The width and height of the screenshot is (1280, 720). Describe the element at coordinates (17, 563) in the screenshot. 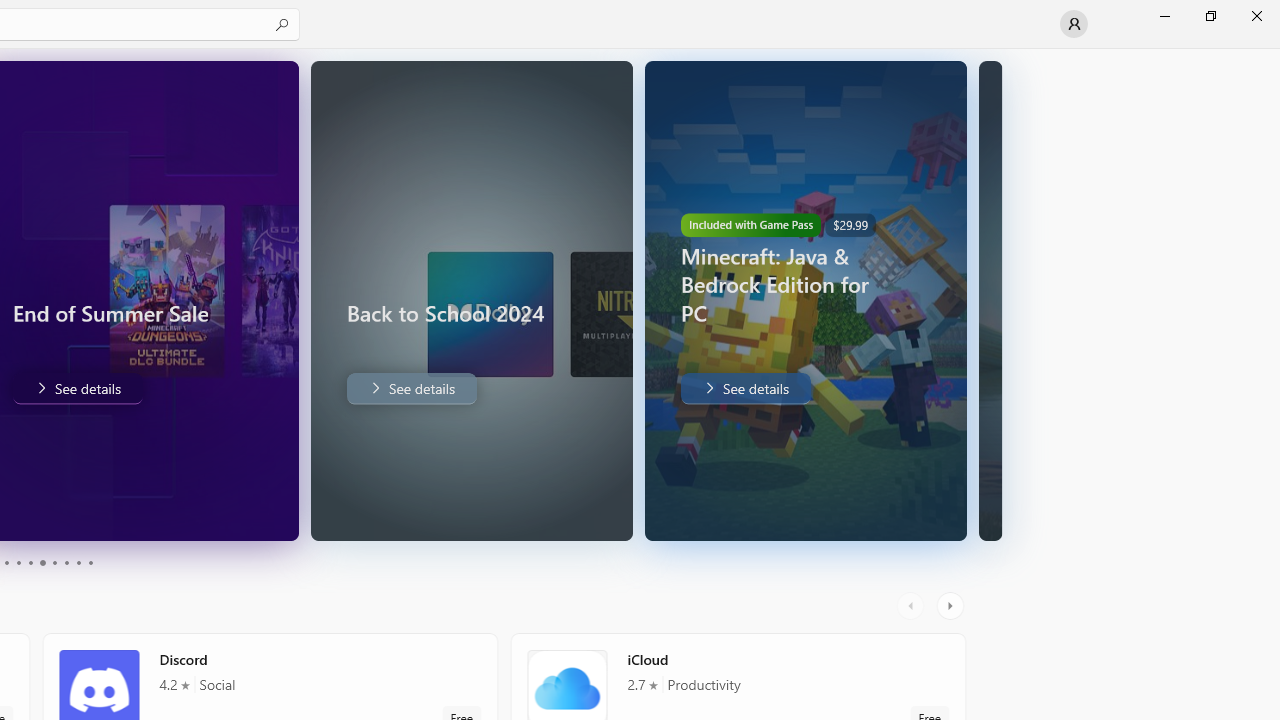

I see `'Page 4'` at that location.